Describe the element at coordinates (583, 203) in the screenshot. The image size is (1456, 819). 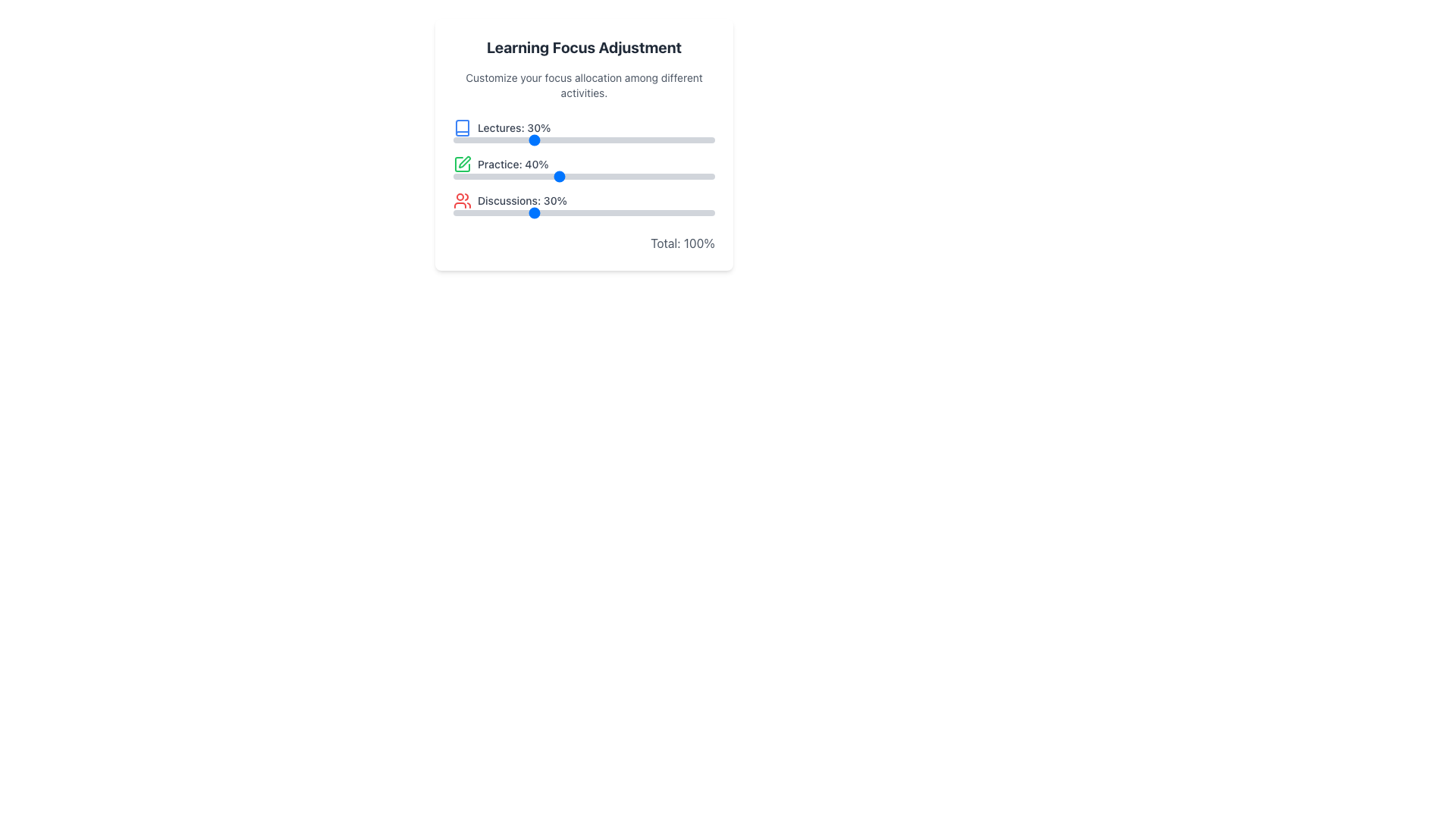
I see `the red user icon representation adjacent to the text label 'Discussions: 30%' in the third entry under the class 'space-y-4'` at that location.